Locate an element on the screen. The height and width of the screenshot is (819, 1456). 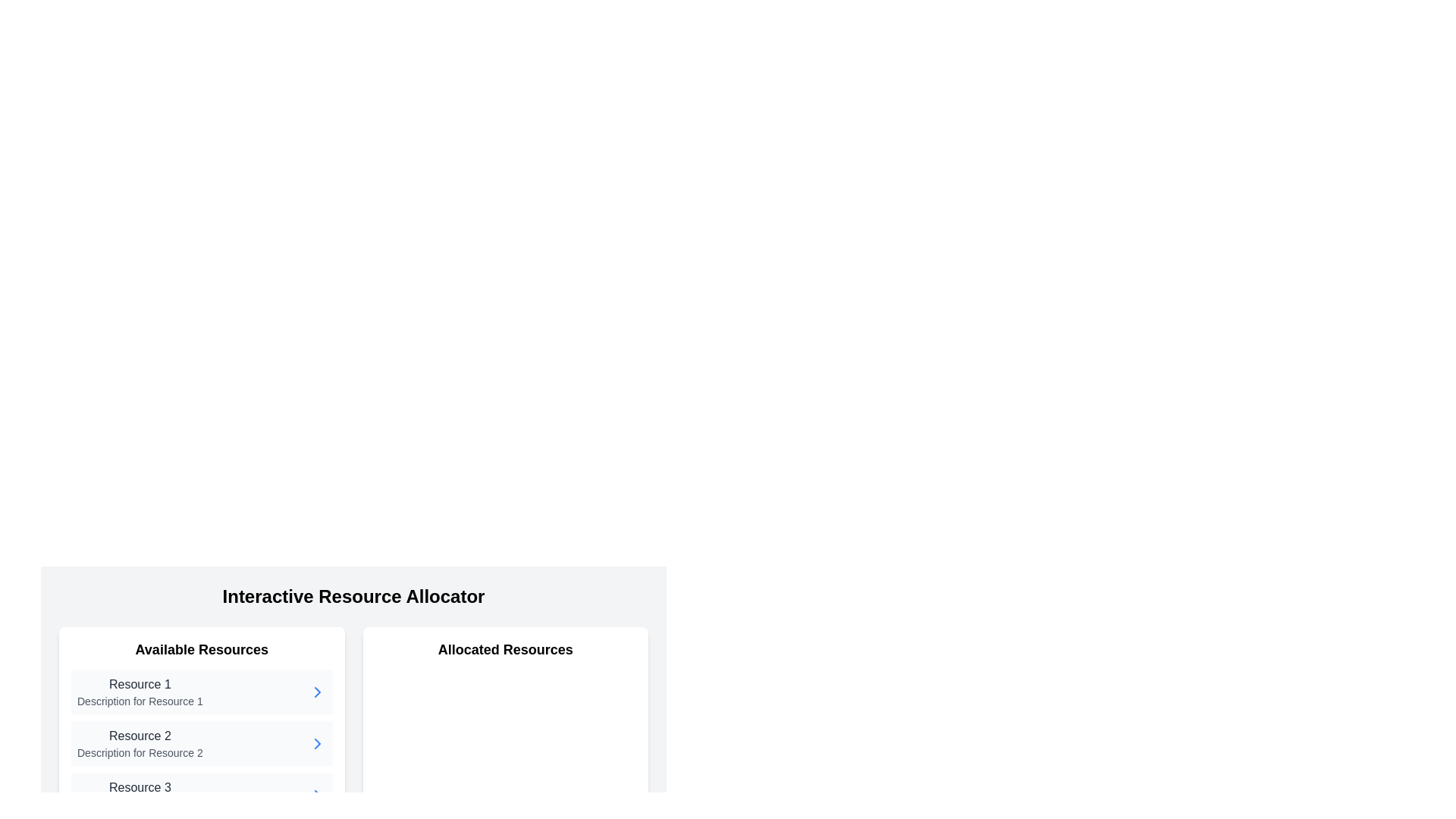
the informational text block for 'Resource 2' is located at coordinates (140, 742).